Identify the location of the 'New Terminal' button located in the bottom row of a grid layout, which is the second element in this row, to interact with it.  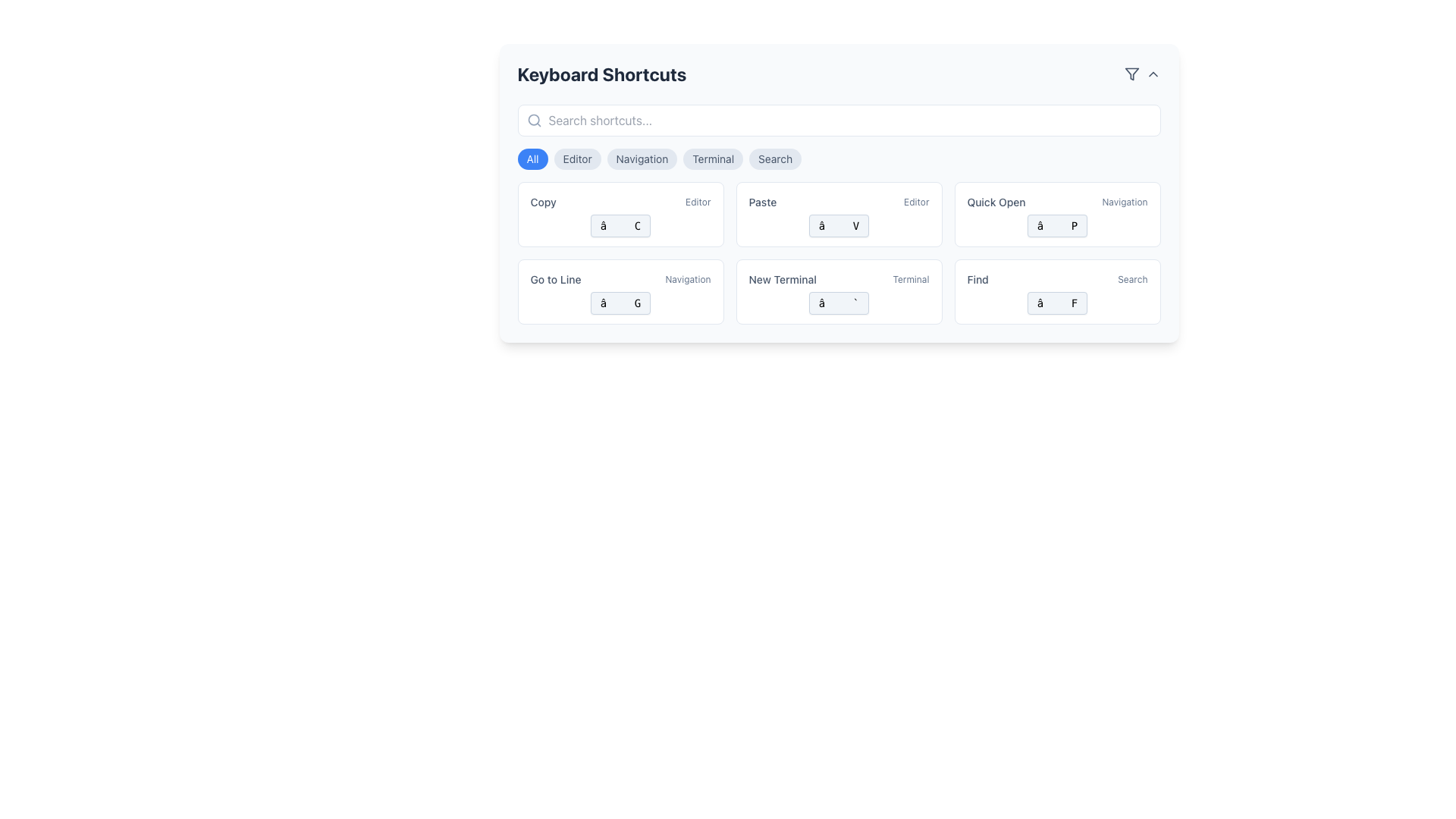
(838, 292).